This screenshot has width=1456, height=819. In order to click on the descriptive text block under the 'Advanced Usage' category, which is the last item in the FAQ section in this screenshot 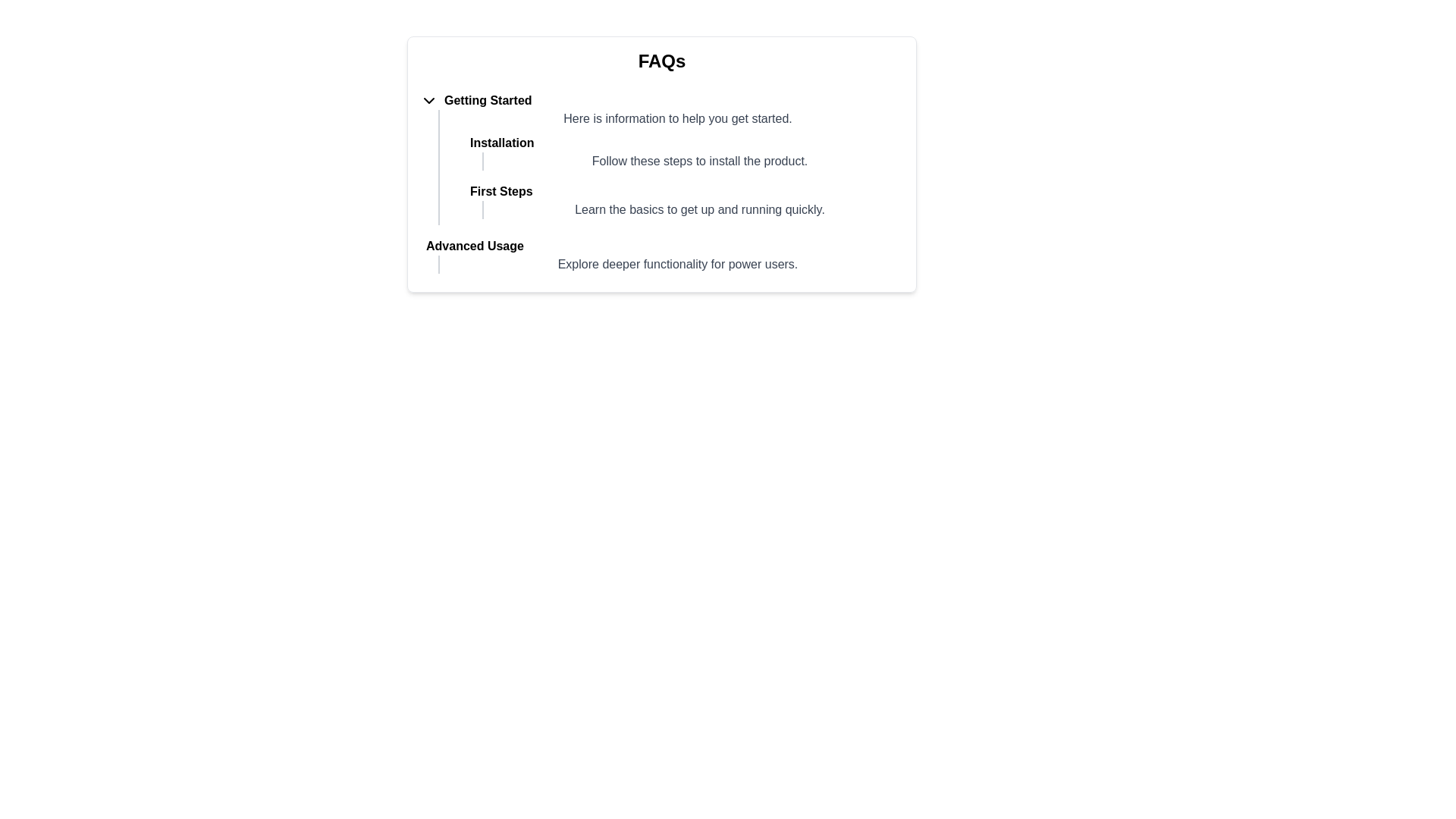, I will do `click(662, 254)`.